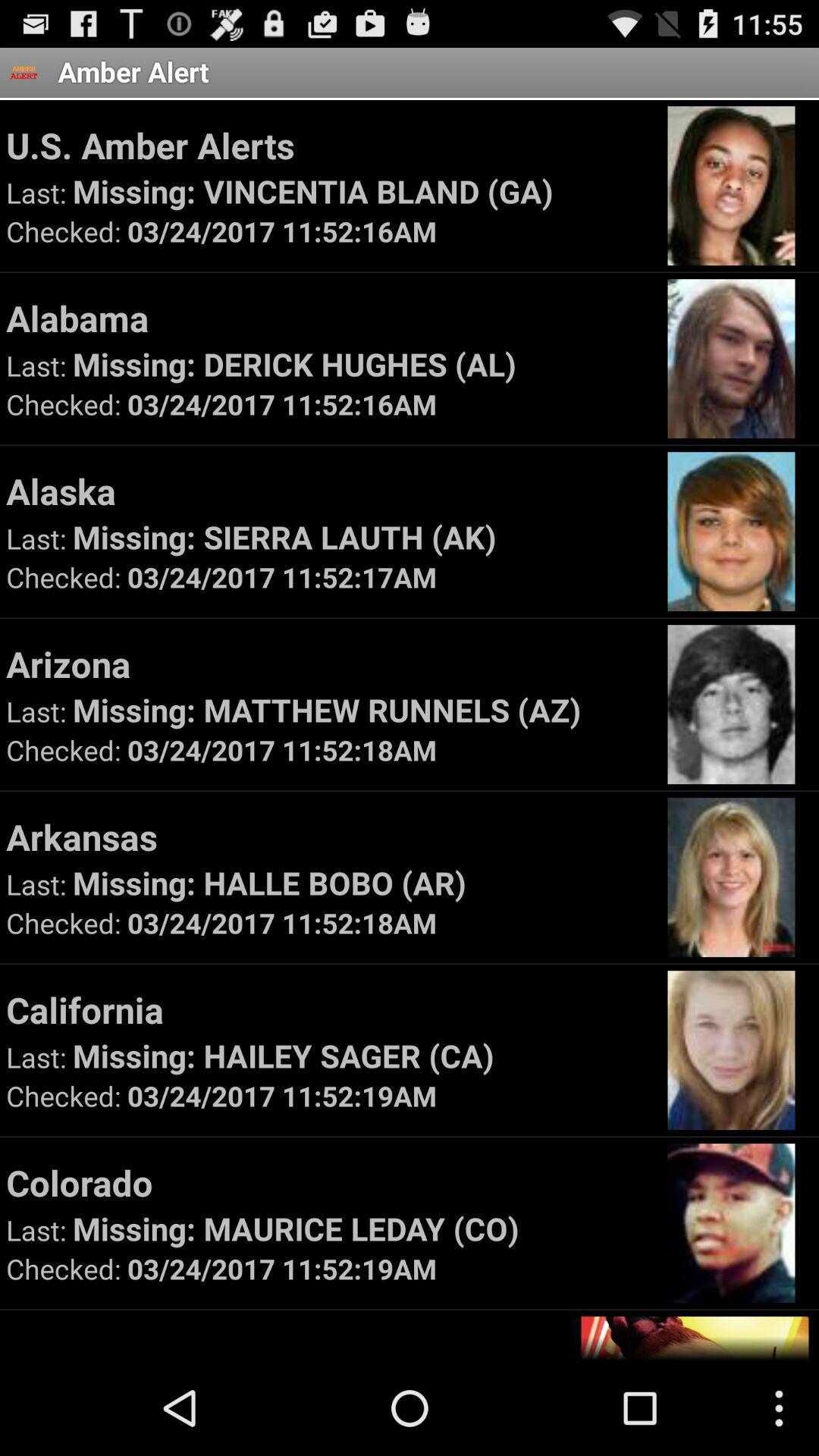 The height and width of the screenshot is (1456, 819). Describe the element at coordinates (329, 1181) in the screenshot. I see `the colorado icon` at that location.